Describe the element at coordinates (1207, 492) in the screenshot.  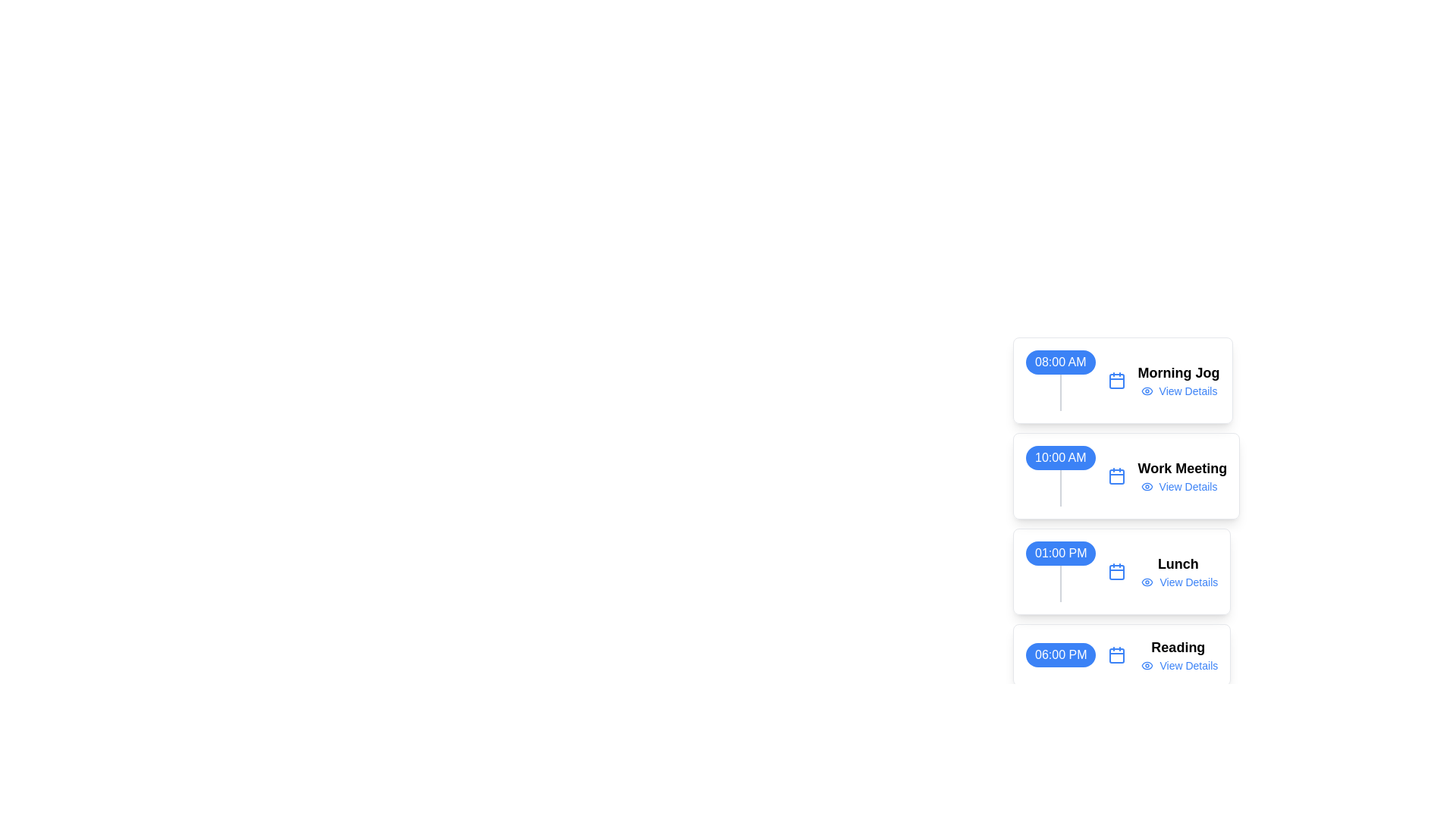
I see `the 'View Details' hyperlink located to the right of the 'Work Meeting' text` at that location.